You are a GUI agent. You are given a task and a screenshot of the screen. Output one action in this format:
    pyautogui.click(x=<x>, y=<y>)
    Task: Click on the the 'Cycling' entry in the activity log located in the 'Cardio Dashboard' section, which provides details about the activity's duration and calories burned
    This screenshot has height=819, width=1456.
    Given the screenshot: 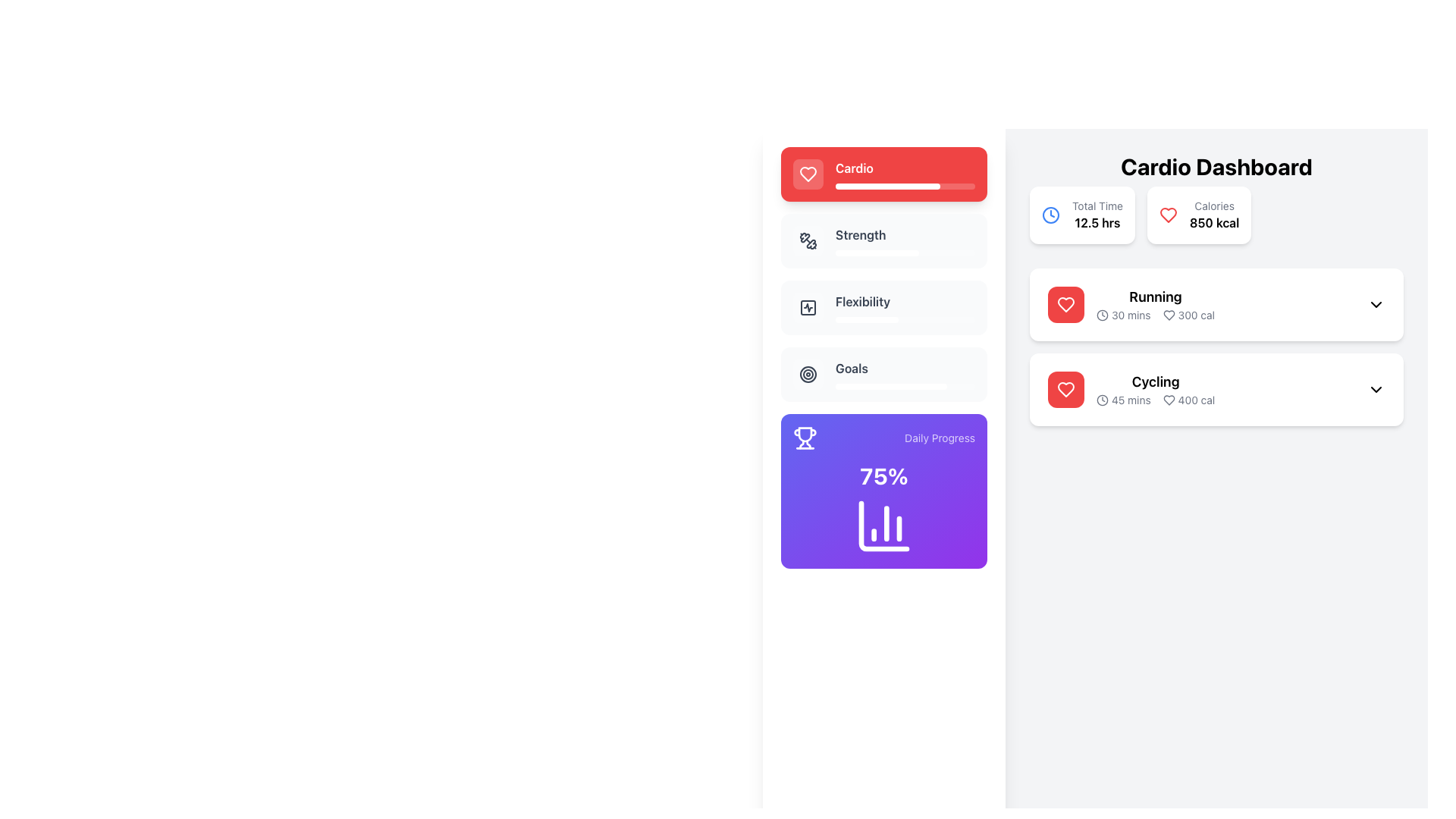 What is the action you would take?
    pyautogui.click(x=1155, y=388)
    